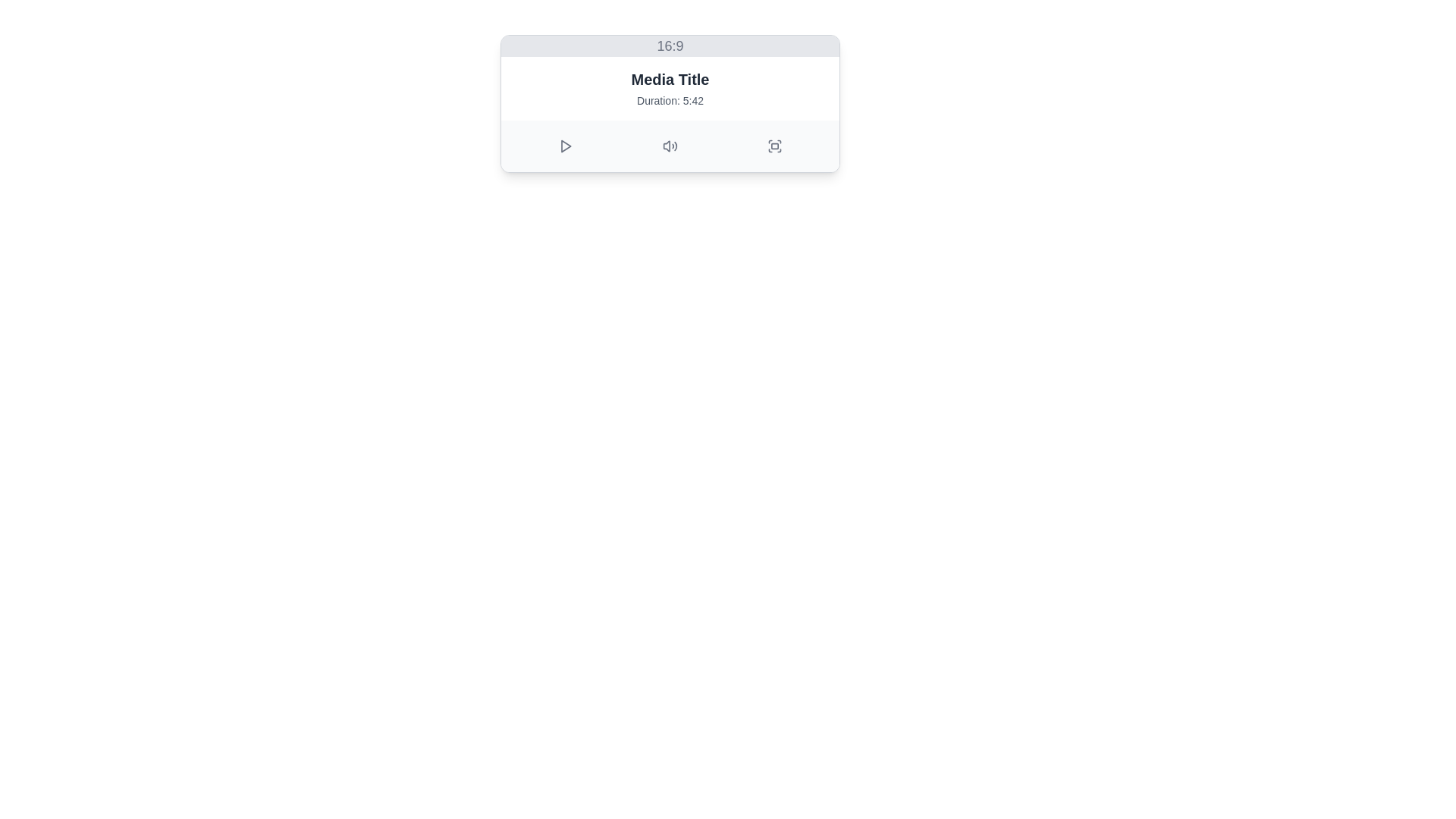 This screenshot has width=1456, height=819. Describe the element at coordinates (669, 45) in the screenshot. I see `the text label displaying '16:9' in light gray background at the top of the media card` at that location.